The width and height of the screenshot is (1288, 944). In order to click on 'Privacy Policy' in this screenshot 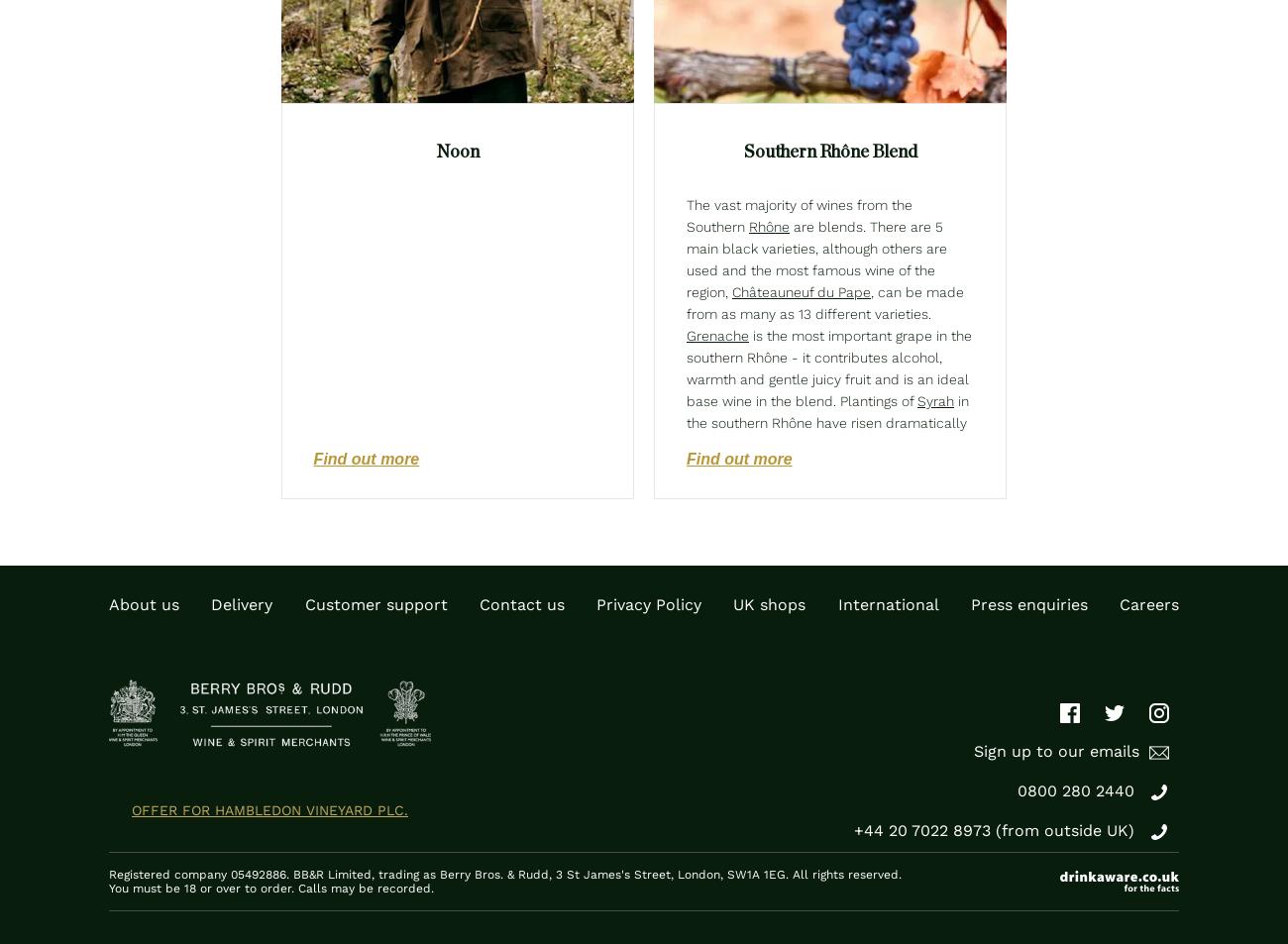, I will do `click(647, 604)`.